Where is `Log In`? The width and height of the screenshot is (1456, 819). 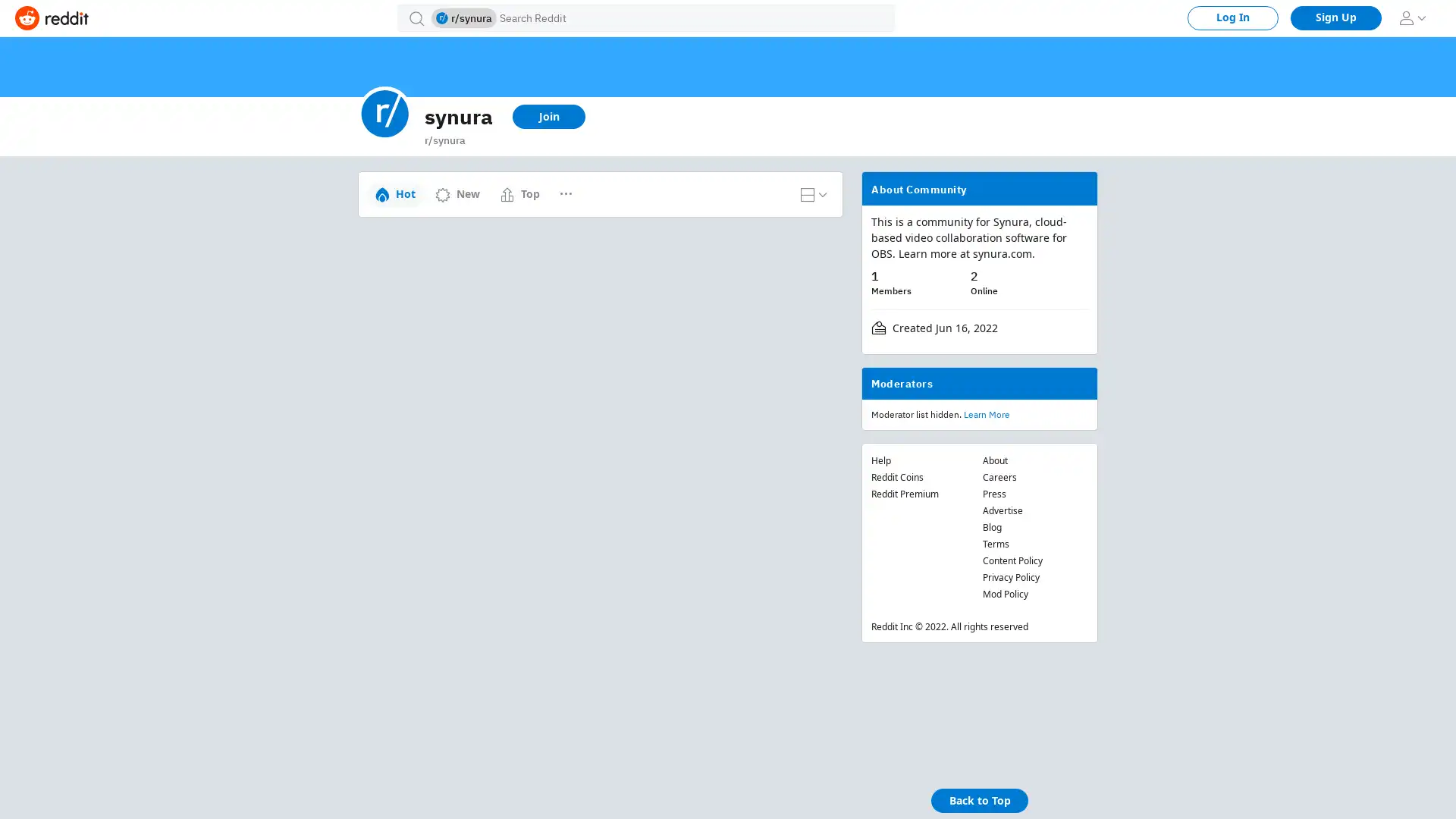
Log In is located at coordinates (1233, 17).